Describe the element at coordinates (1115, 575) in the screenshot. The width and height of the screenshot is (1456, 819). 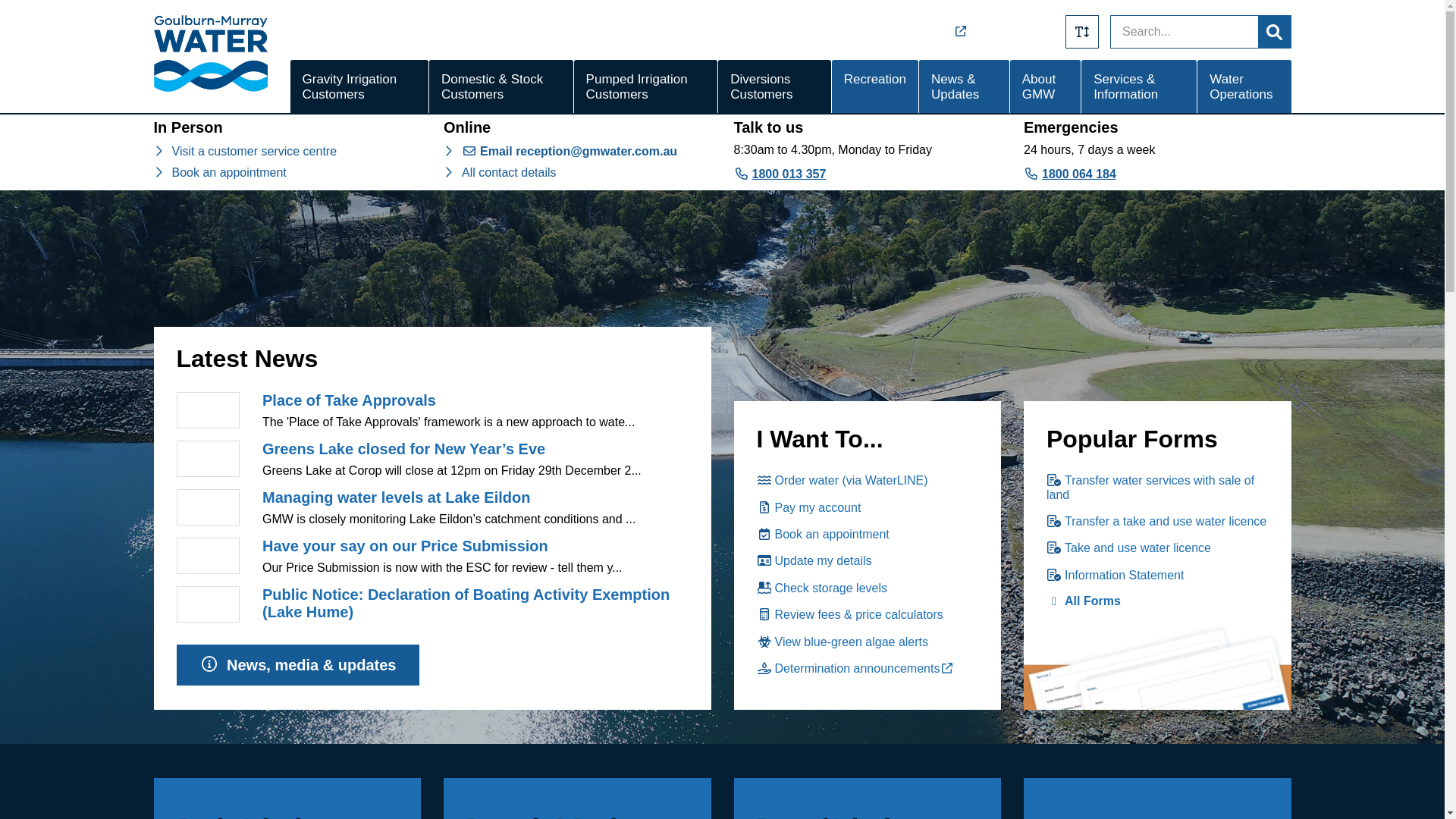
I see `'Information Statement'` at that location.